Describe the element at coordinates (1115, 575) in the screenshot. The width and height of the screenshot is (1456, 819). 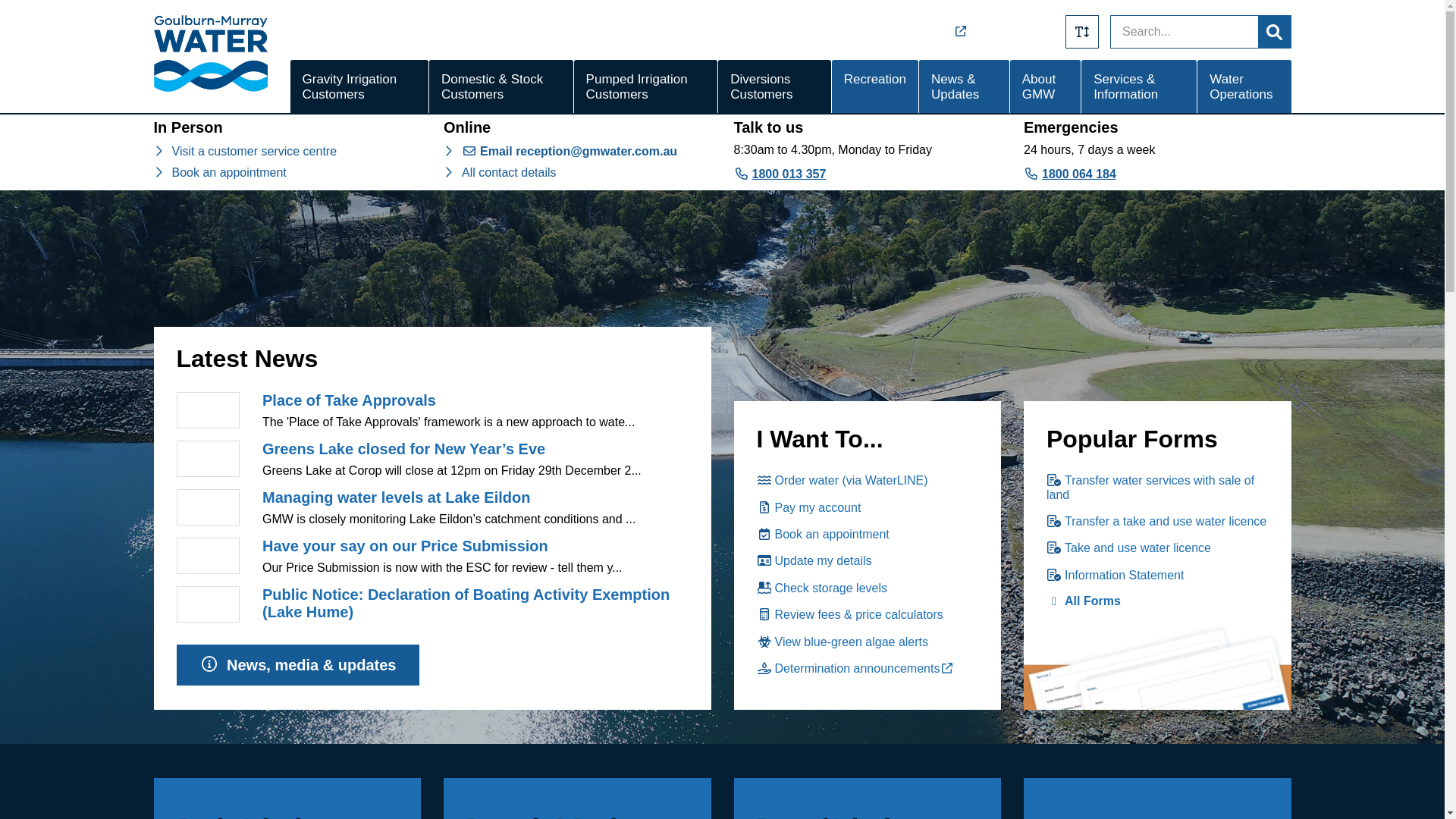
I see `'Information Statement'` at that location.